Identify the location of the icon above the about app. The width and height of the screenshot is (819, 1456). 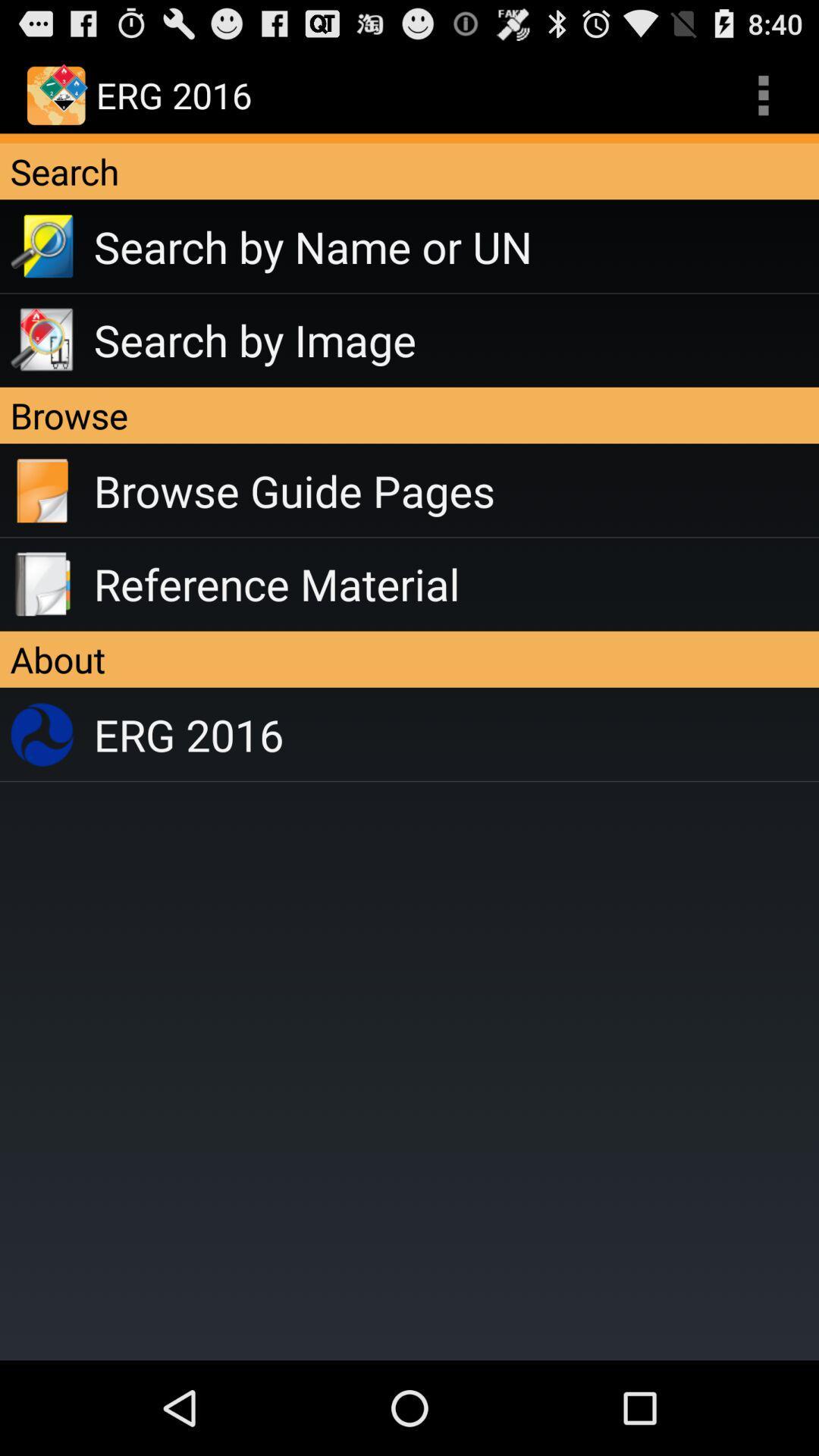
(455, 583).